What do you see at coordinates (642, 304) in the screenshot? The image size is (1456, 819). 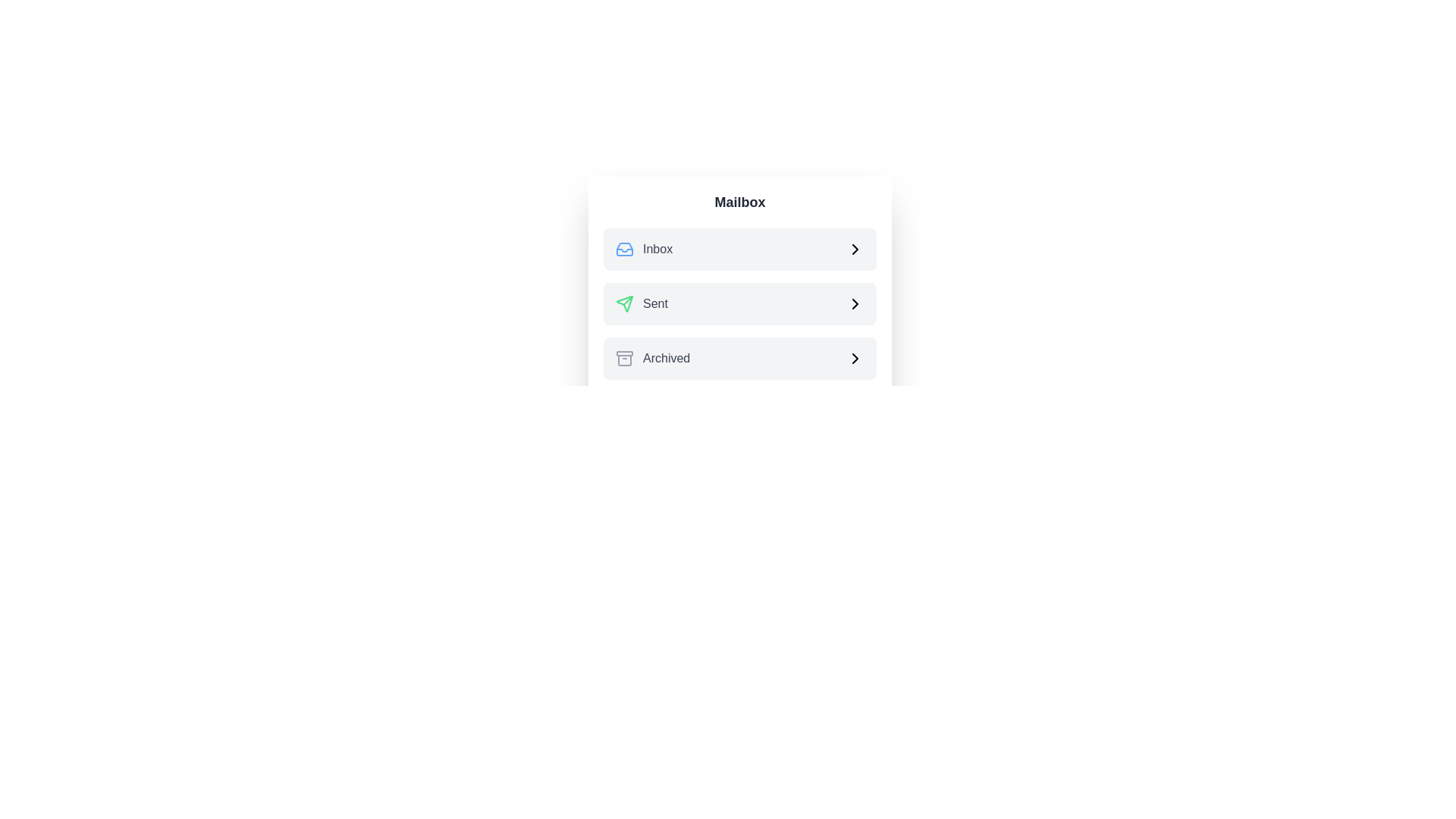 I see `the 'Sent' navigation item, which is the second option in the vertical navigation menu` at bounding box center [642, 304].